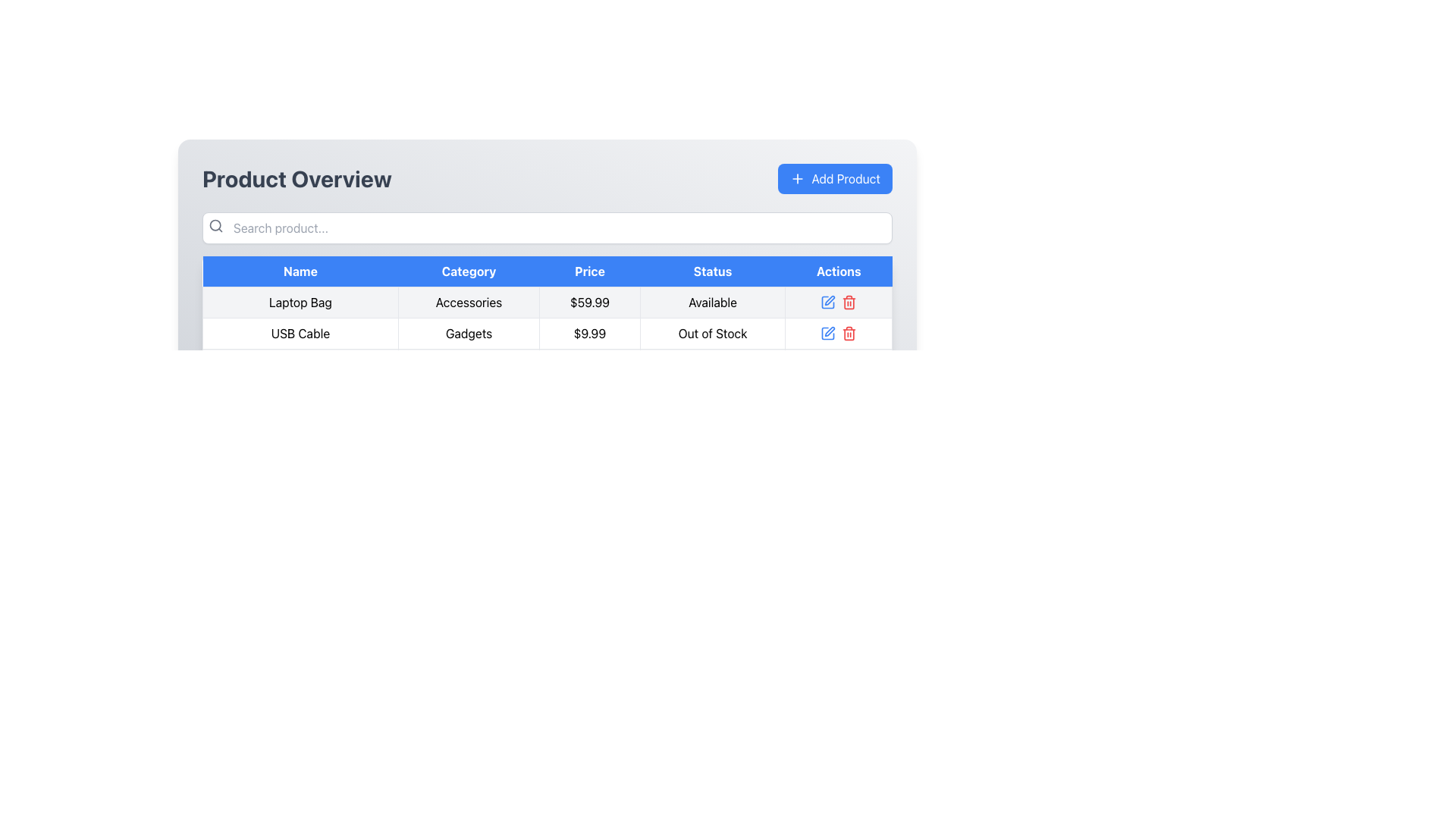 Image resolution: width=1456 pixels, height=819 pixels. Describe the element at coordinates (300, 271) in the screenshot. I see `text content of the first column header in the table, which signifies the name attribute of the items listed below` at that location.